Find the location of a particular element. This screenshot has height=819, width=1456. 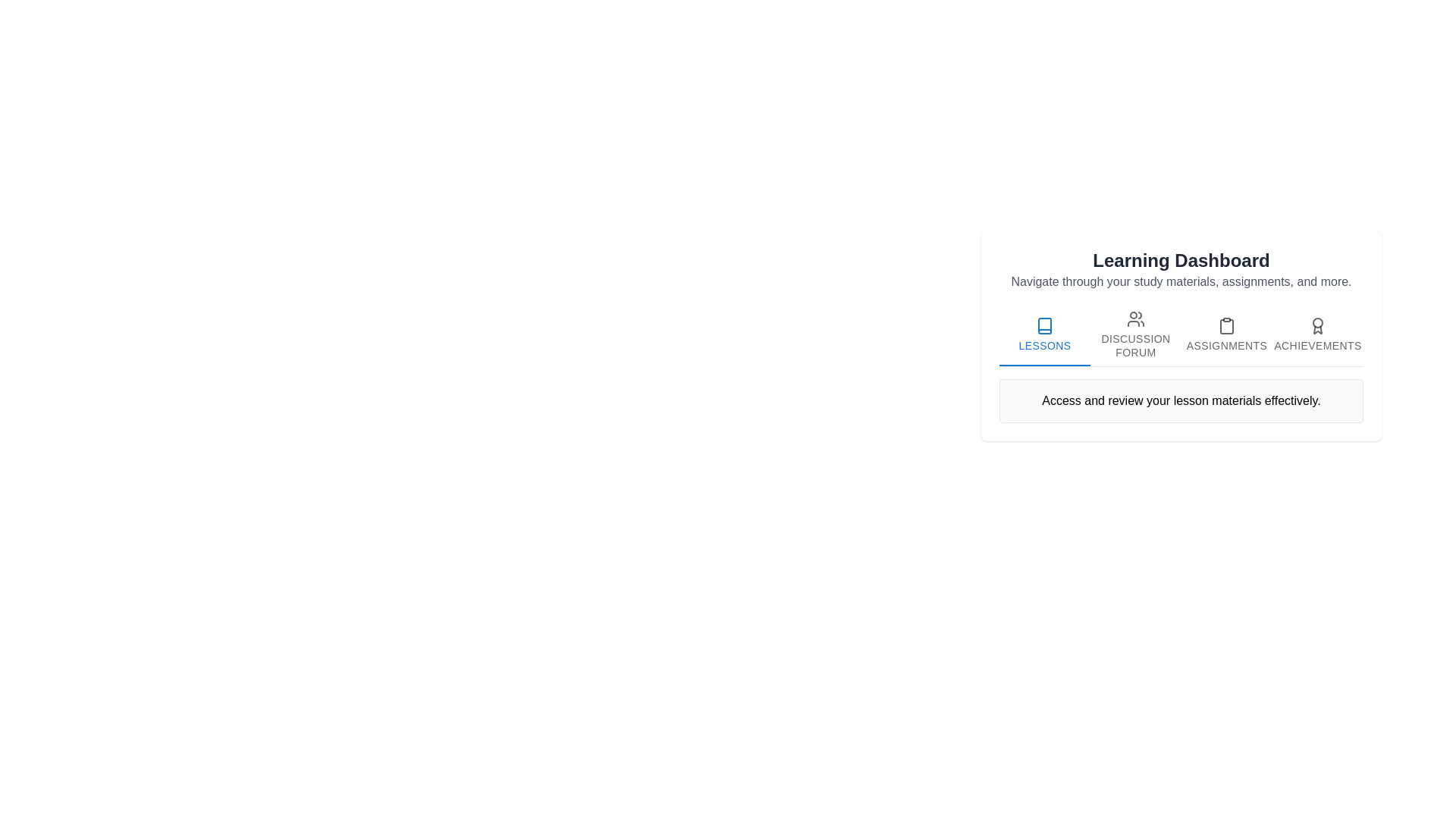

the text label that states 'Access and review your lesson materials effectively.', which is styled in a serif font and located in the right half of the main interface layout is located at coordinates (1181, 400).